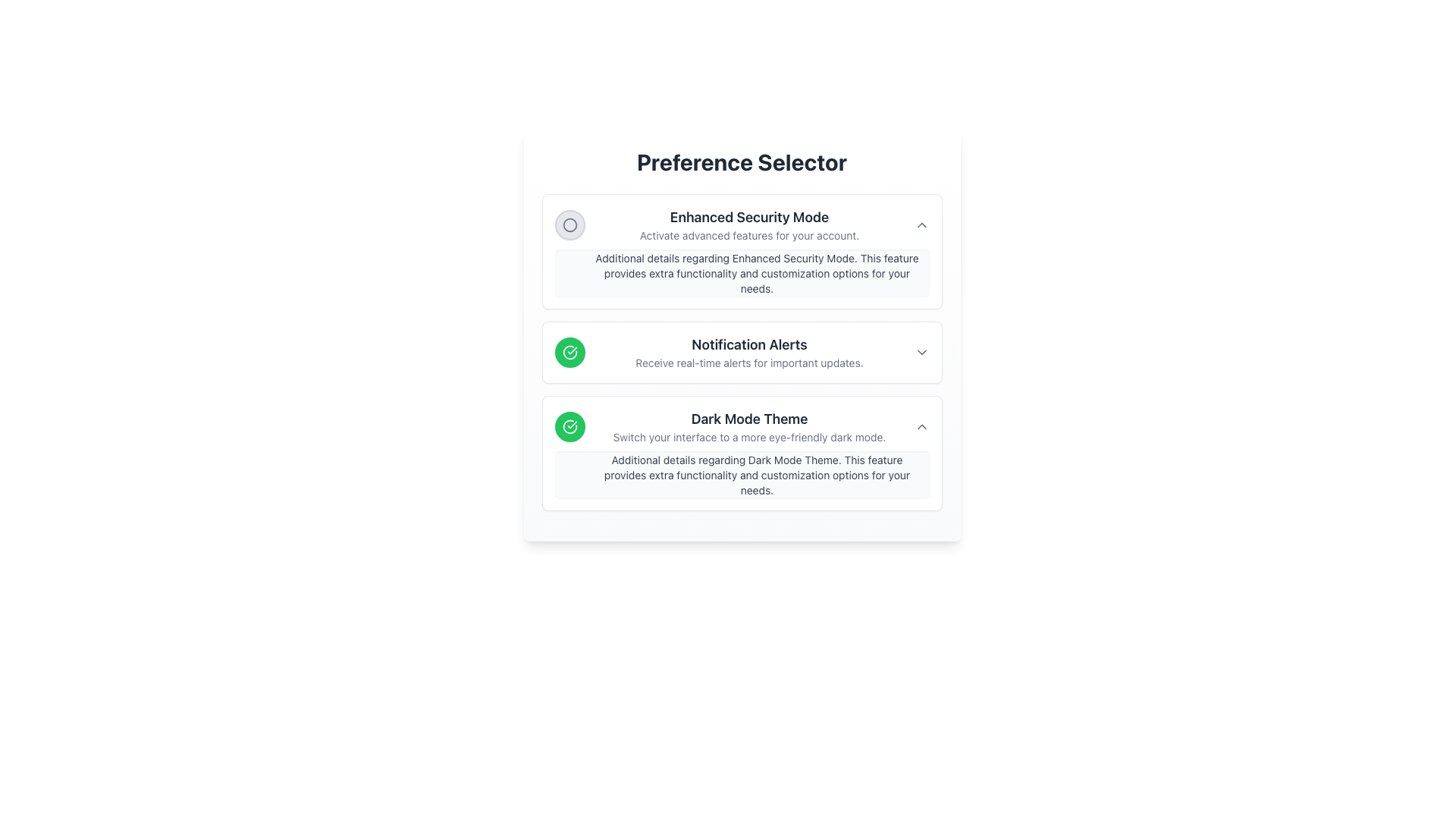  Describe the element at coordinates (749, 345) in the screenshot. I see `text from the 'Notification Alerts' Text Label, which is prominently displayed in bold, dark gray font at the top of the preferences section` at that location.